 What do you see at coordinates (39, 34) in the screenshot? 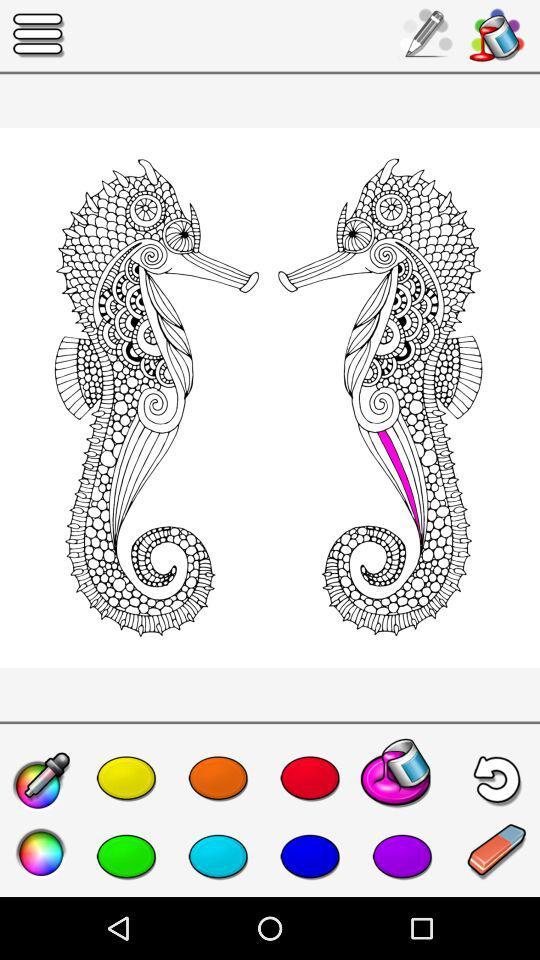
I see `the icon at the top left corner` at bounding box center [39, 34].